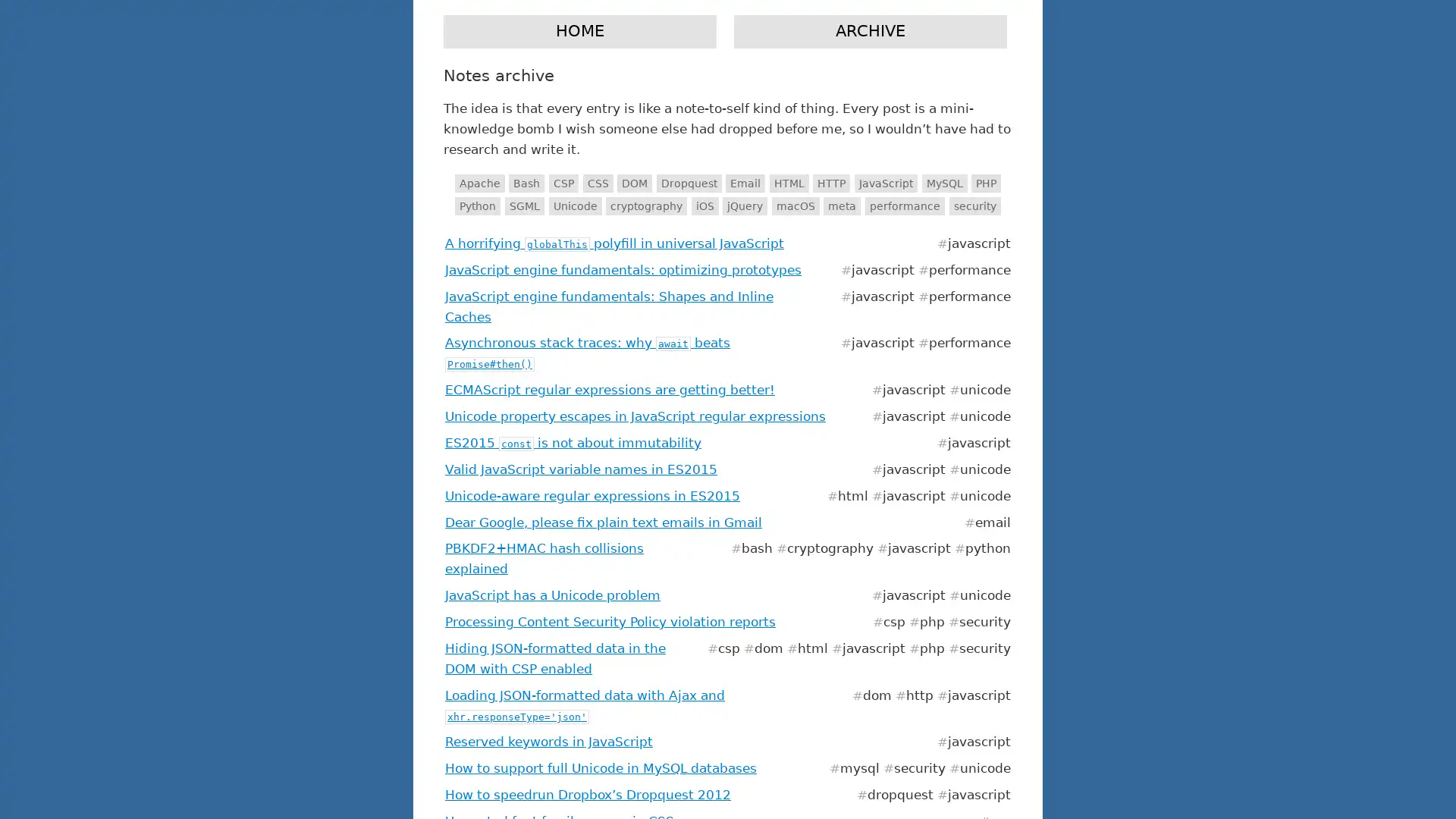 This screenshot has height=819, width=1456. Describe the element at coordinates (687, 183) in the screenshot. I see `Dropquest` at that location.